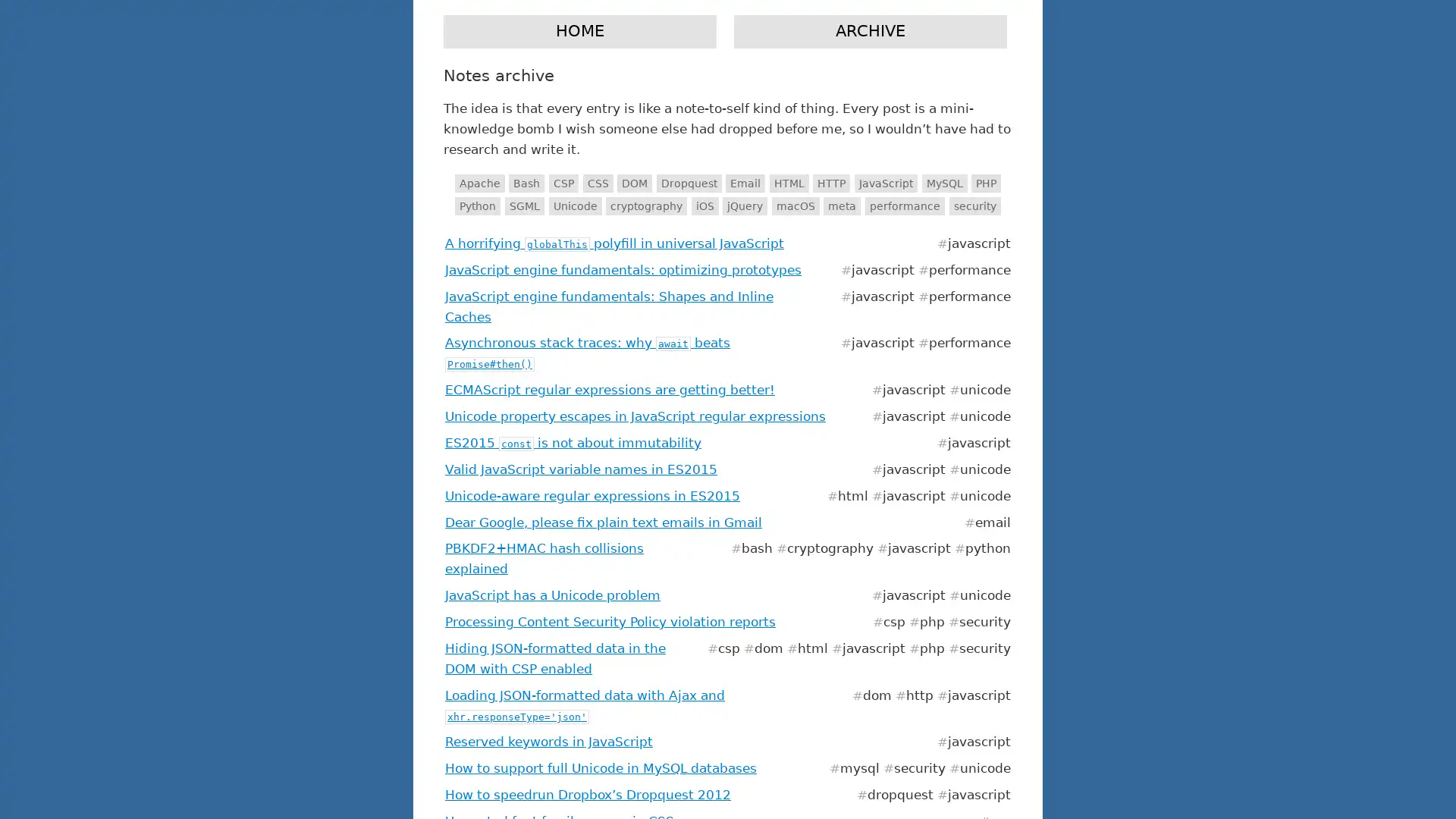 This screenshot has height=819, width=1456. Describe the element at coordinates (687, 183) in the screenshot. I see `Dropquest` at that location.